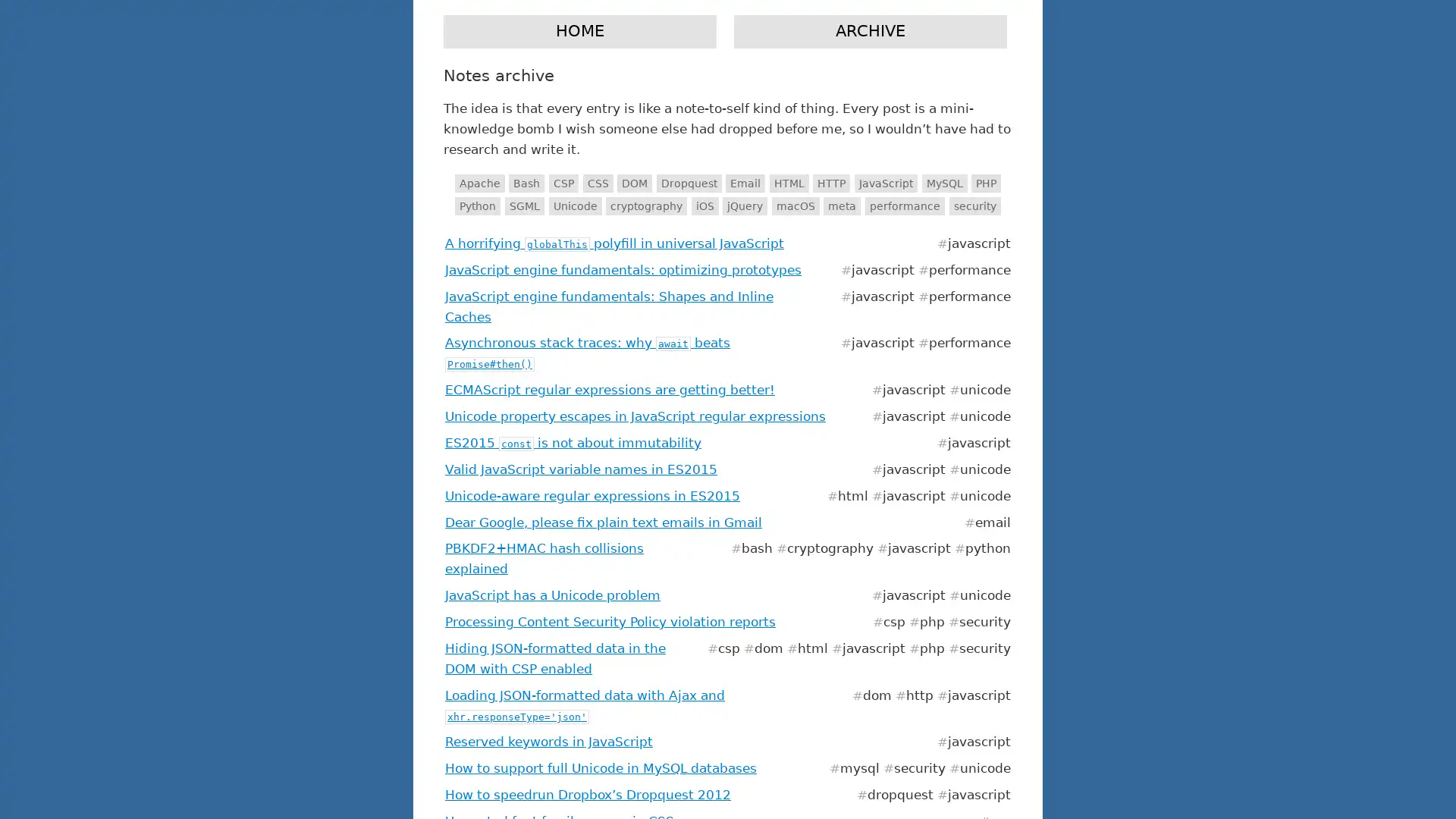 This screenshot has height=819, width=1456. Describe the element at coordinates (687, 183) in the screenshot. I see `Dropquest` at that location.